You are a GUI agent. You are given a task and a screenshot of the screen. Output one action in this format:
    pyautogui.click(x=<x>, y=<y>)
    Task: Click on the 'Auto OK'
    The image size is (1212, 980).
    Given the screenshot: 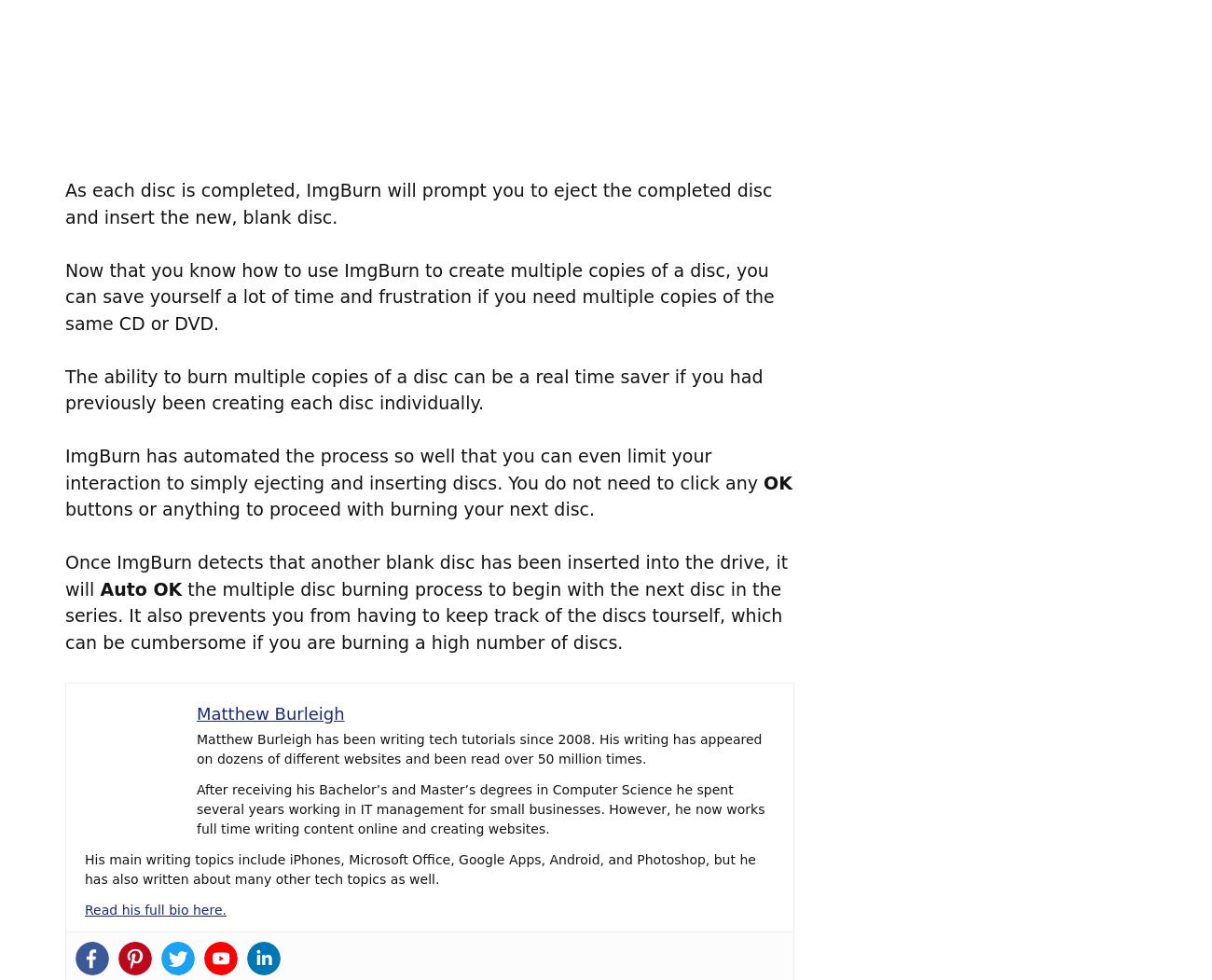 What is the action you would take?
    pyautogui.click(x=140, y=587)
    